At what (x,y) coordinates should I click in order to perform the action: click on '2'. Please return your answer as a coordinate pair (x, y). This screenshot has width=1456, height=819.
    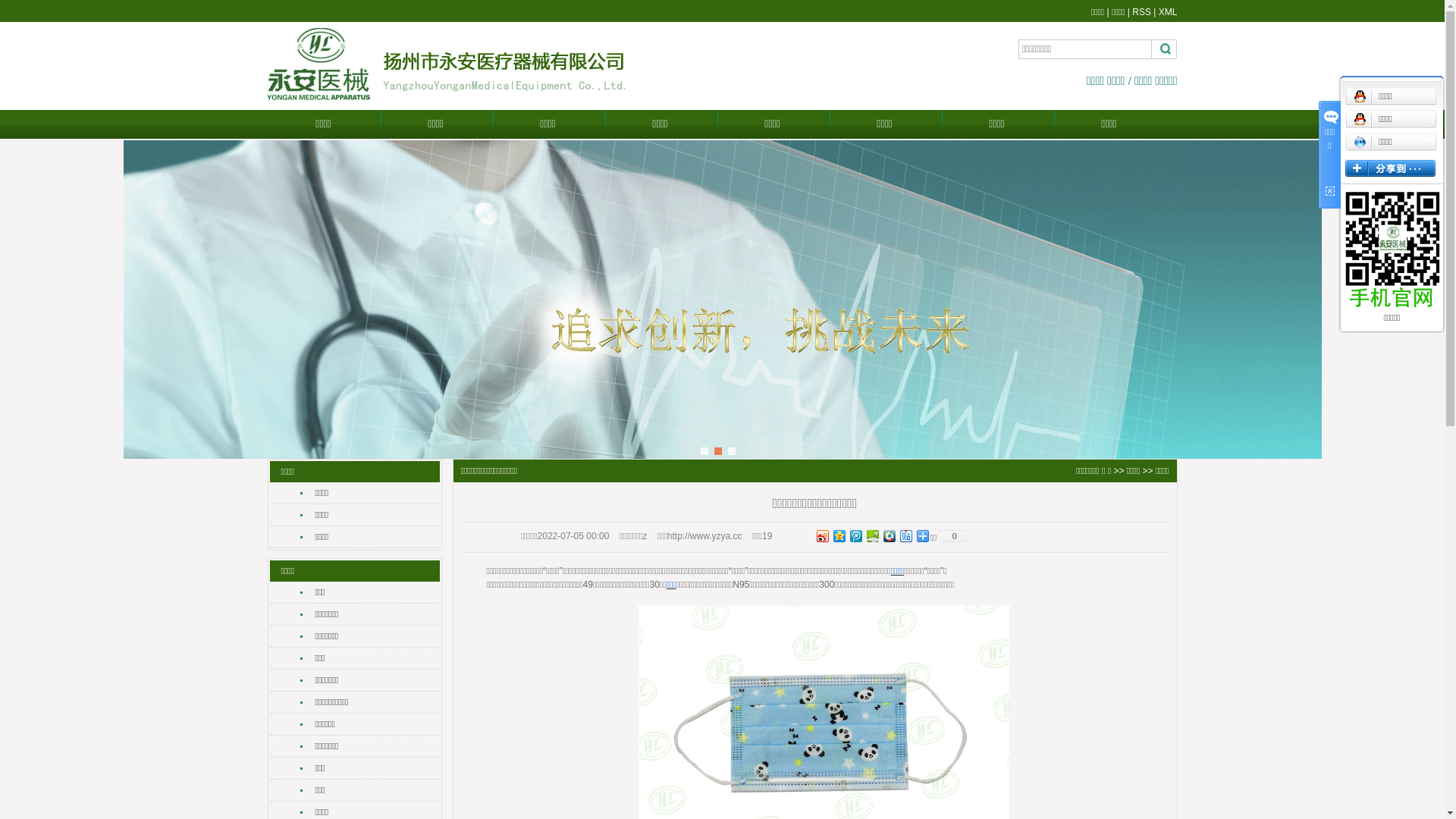
    Looking at the image, I should click on (717, 450).